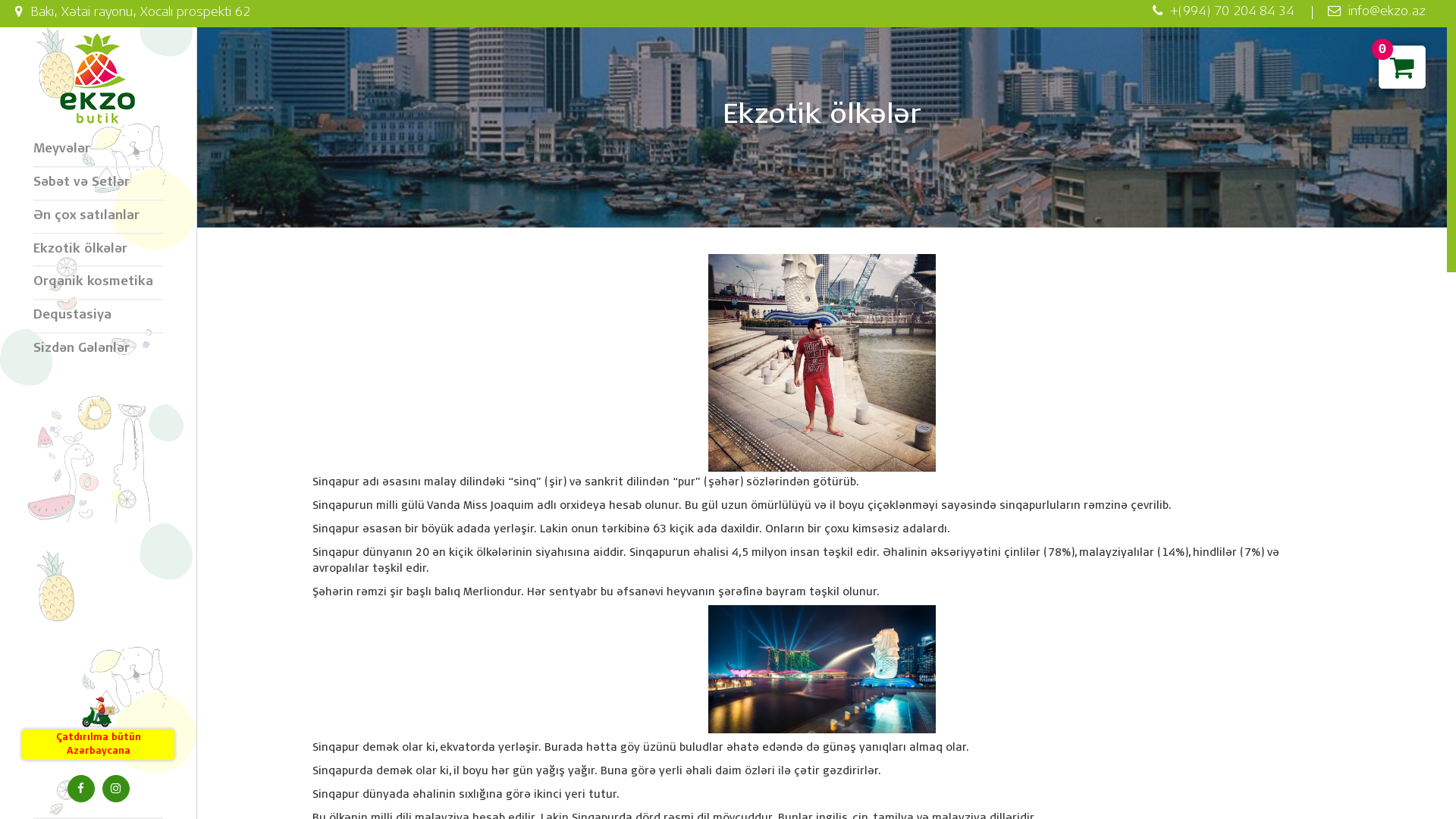  Describe the element at coordinates (1222, 12) in the screenshot. I see `'+(994) 70 204 84 34'` at that location.